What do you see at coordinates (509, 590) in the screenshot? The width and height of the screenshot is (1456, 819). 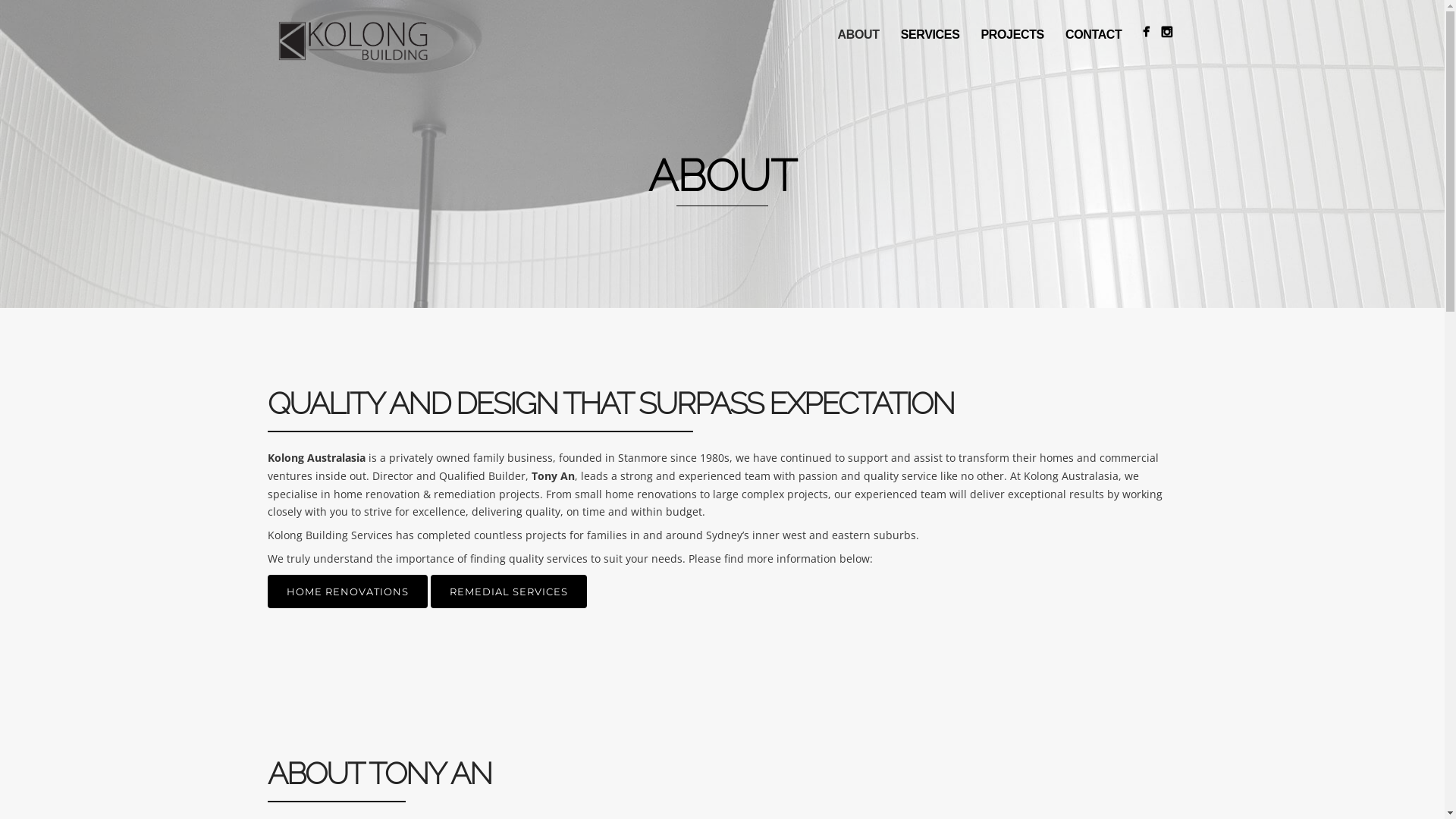 I see `'REMEDIAL SERVICES'` at bounding box center [509, 590].